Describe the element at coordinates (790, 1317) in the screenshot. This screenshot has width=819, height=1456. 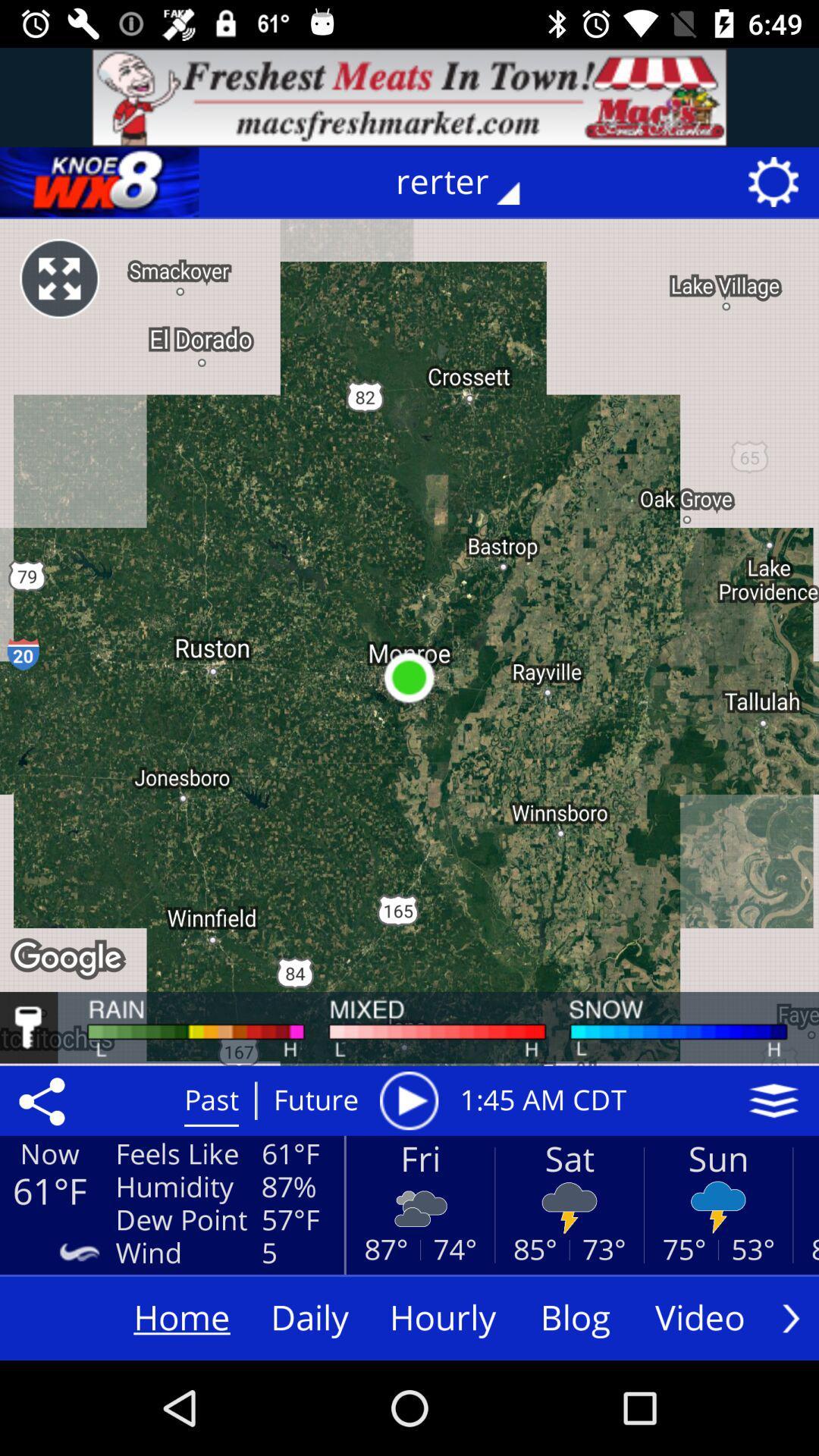
I see `the arrow_forward icon` at that location.